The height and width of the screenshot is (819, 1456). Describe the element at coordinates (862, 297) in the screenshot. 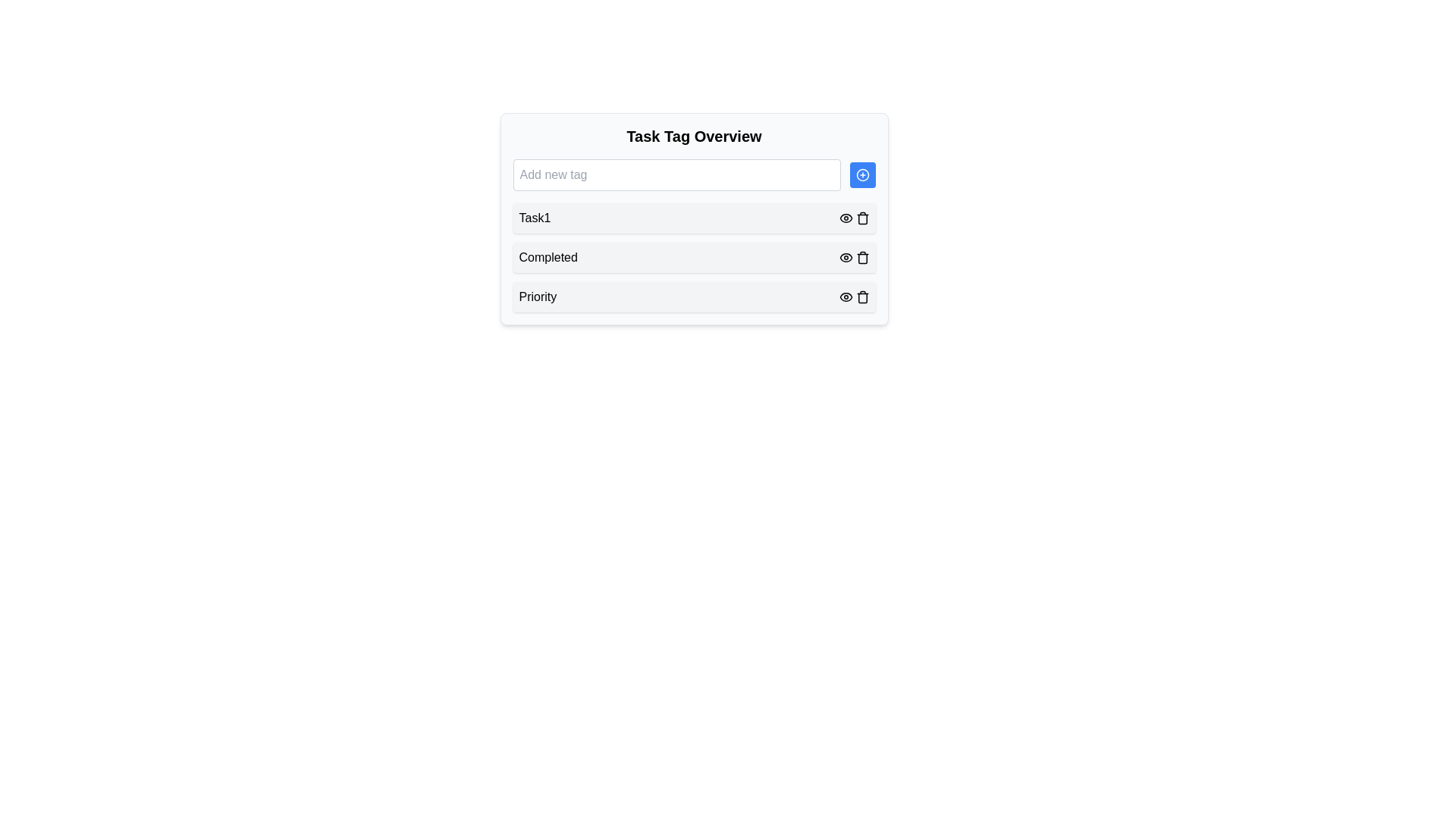

I see `the trash can icon representing the delete action` at that location.